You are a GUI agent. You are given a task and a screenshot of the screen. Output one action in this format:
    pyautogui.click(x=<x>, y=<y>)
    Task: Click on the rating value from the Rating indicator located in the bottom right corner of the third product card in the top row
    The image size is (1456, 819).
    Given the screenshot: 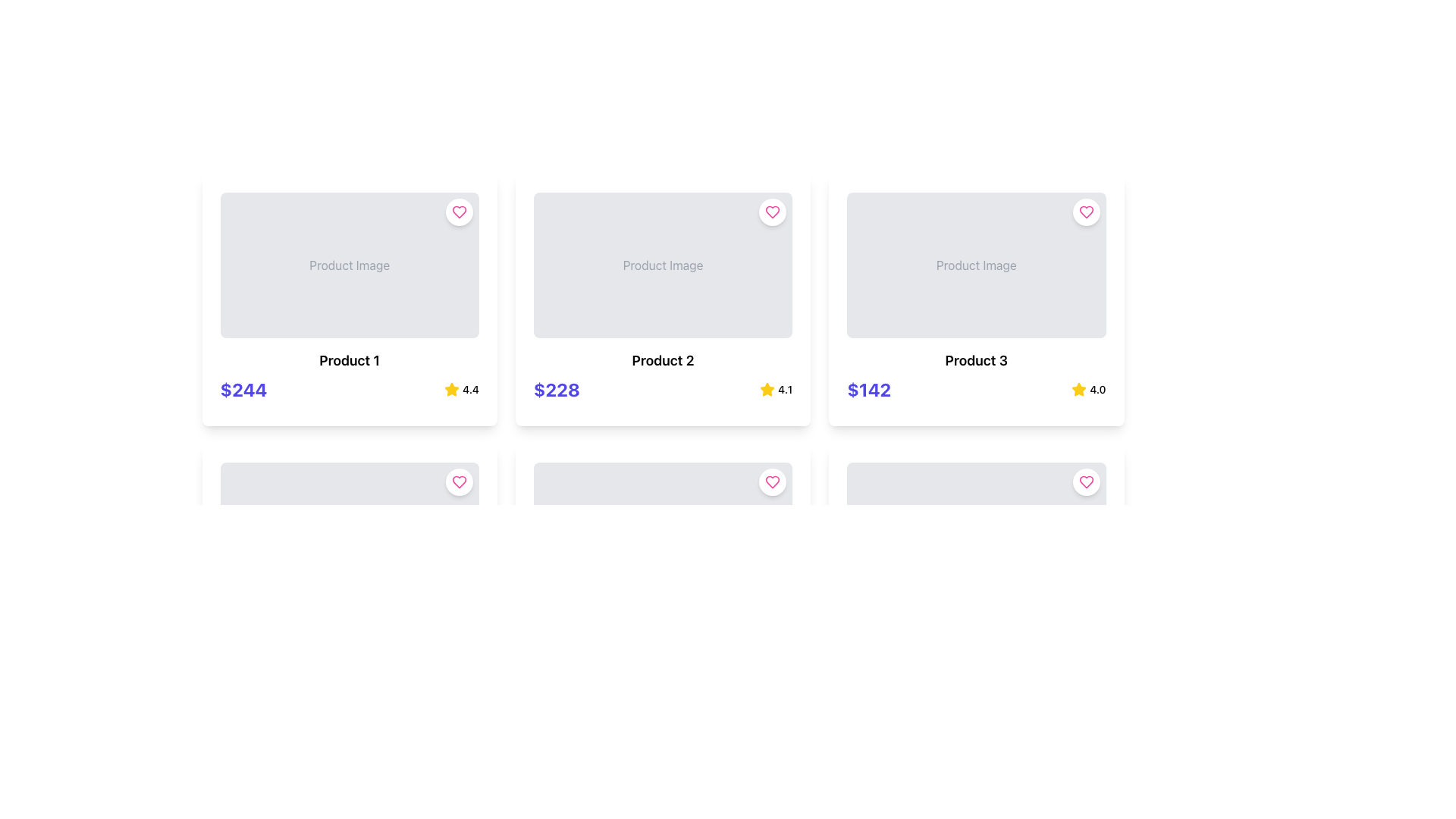 What is the action you would take?
    pyautogui.click(x=1087, y=388)
    